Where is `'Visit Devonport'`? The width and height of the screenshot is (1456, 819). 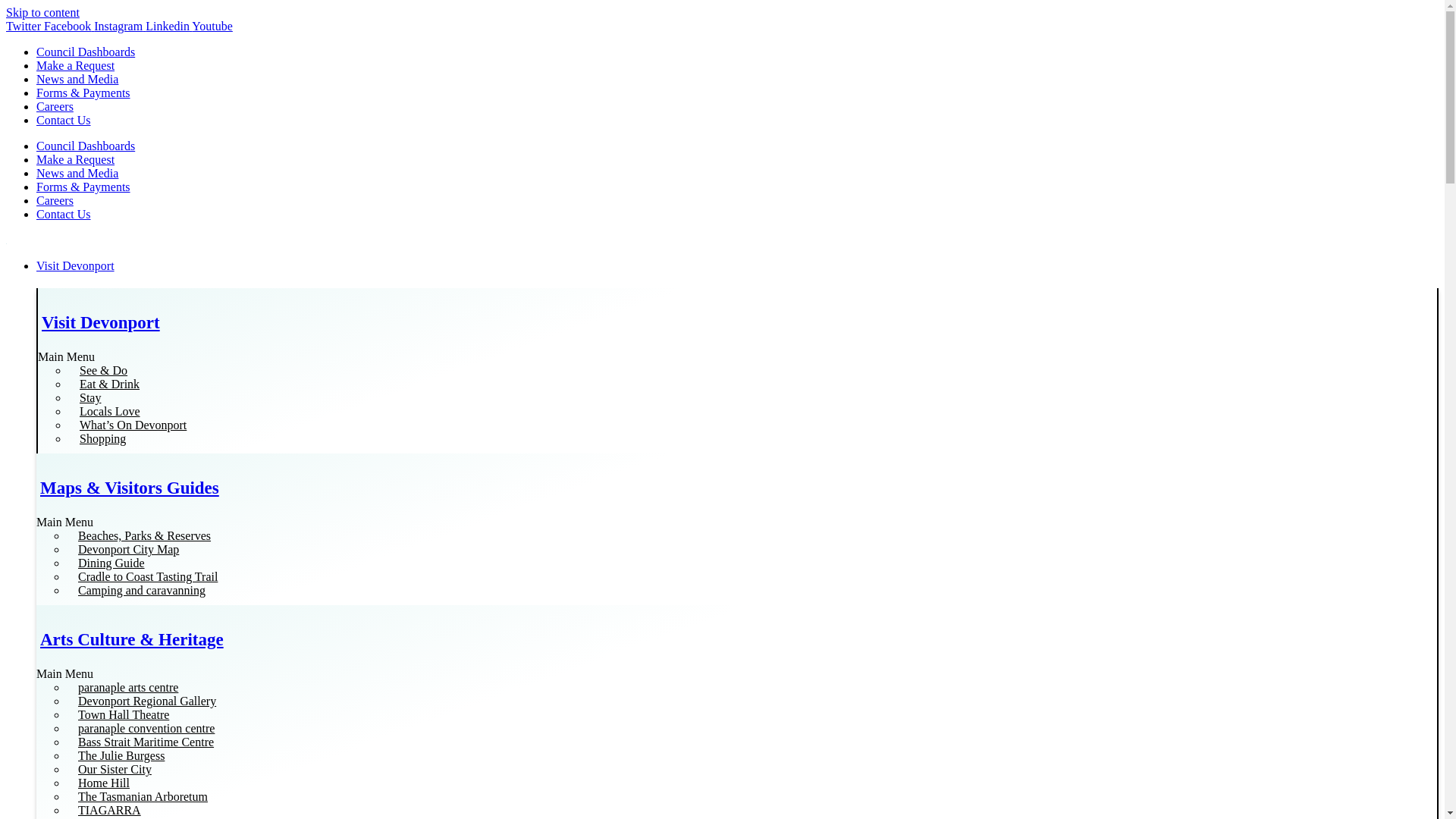
'Visit Devonport' is located at coordinates (36, 265).